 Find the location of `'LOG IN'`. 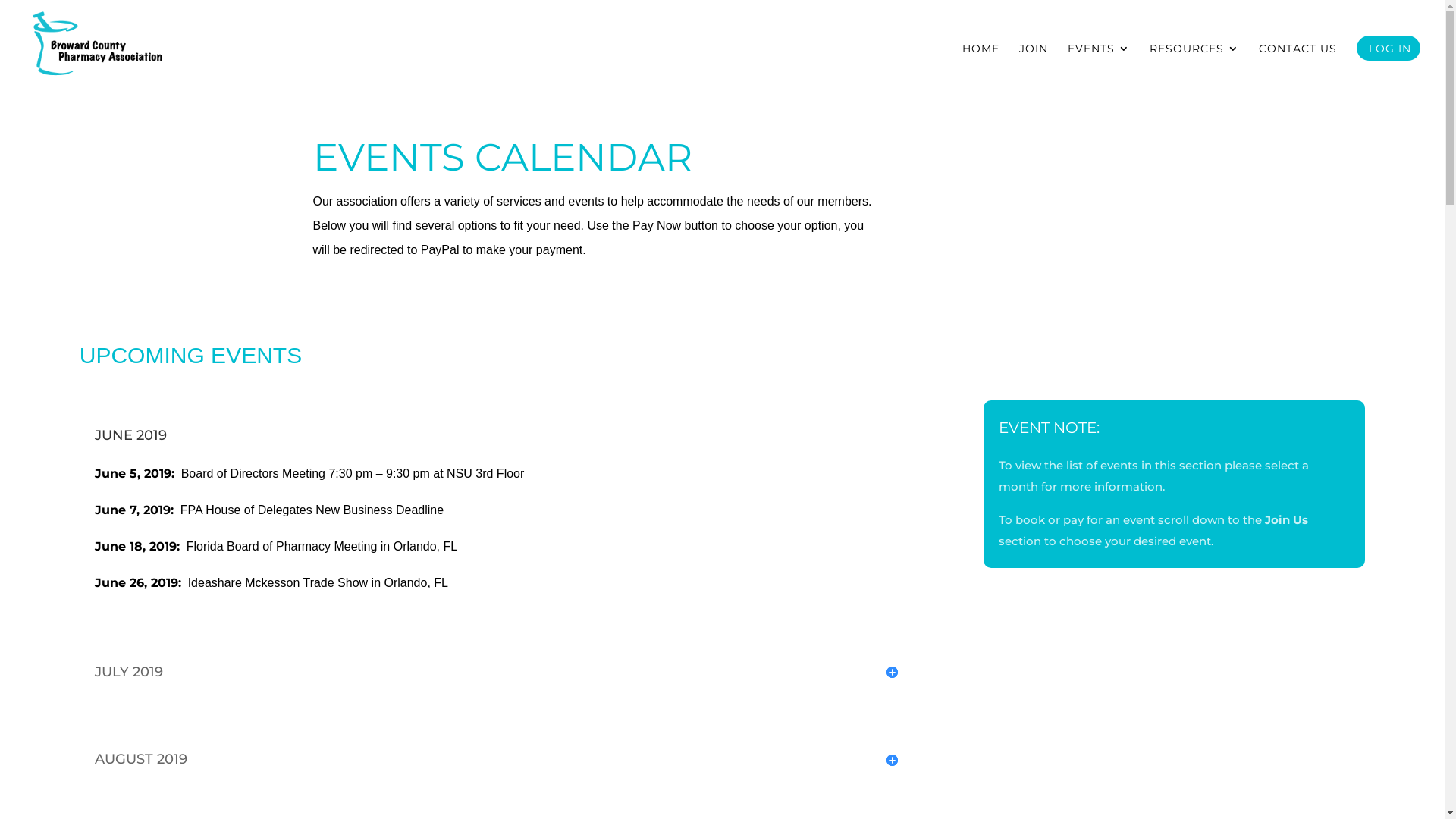

'LOG IN' is located at coordinates (1390, 65).